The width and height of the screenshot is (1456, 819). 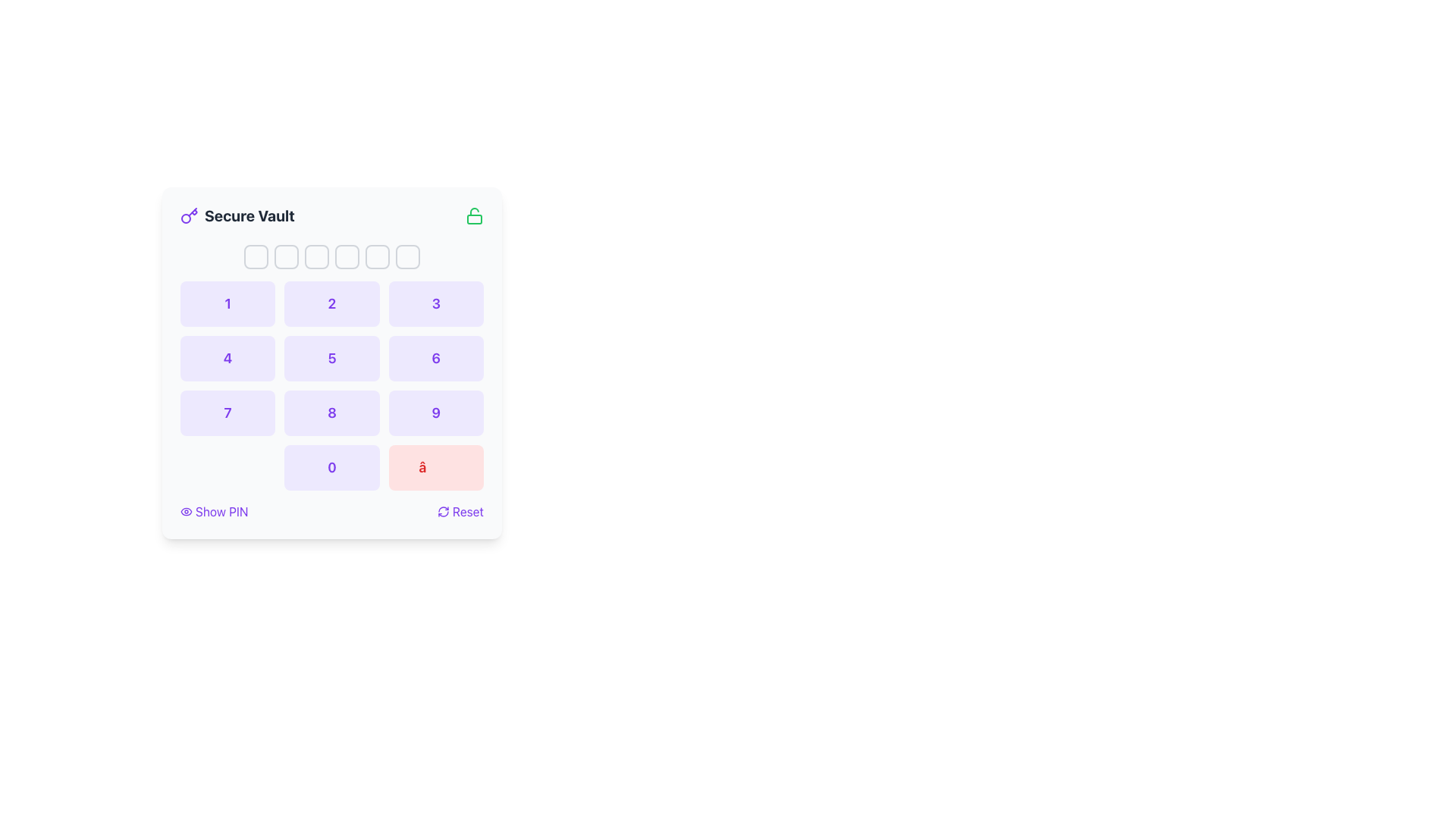 I want to click on the third square checkbox-like component for digit appearance in the PIN entry interface, so click(x=315, y=256).